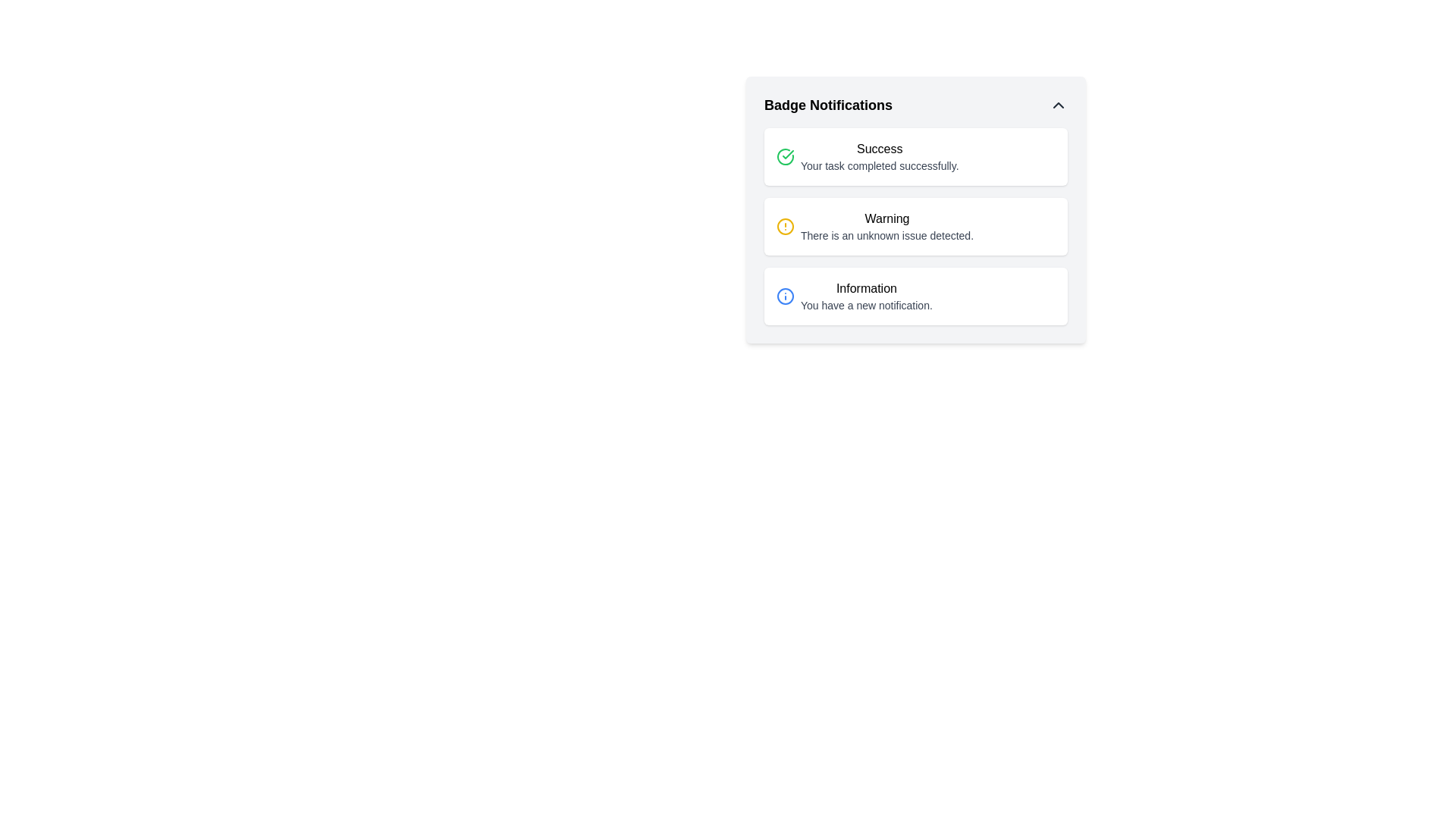  Describe the element at coordinates (1058, 104) in the screenshot. I see `the Chevron icon located at the rightmost side of the 'Badge Notifications' text` at that location.